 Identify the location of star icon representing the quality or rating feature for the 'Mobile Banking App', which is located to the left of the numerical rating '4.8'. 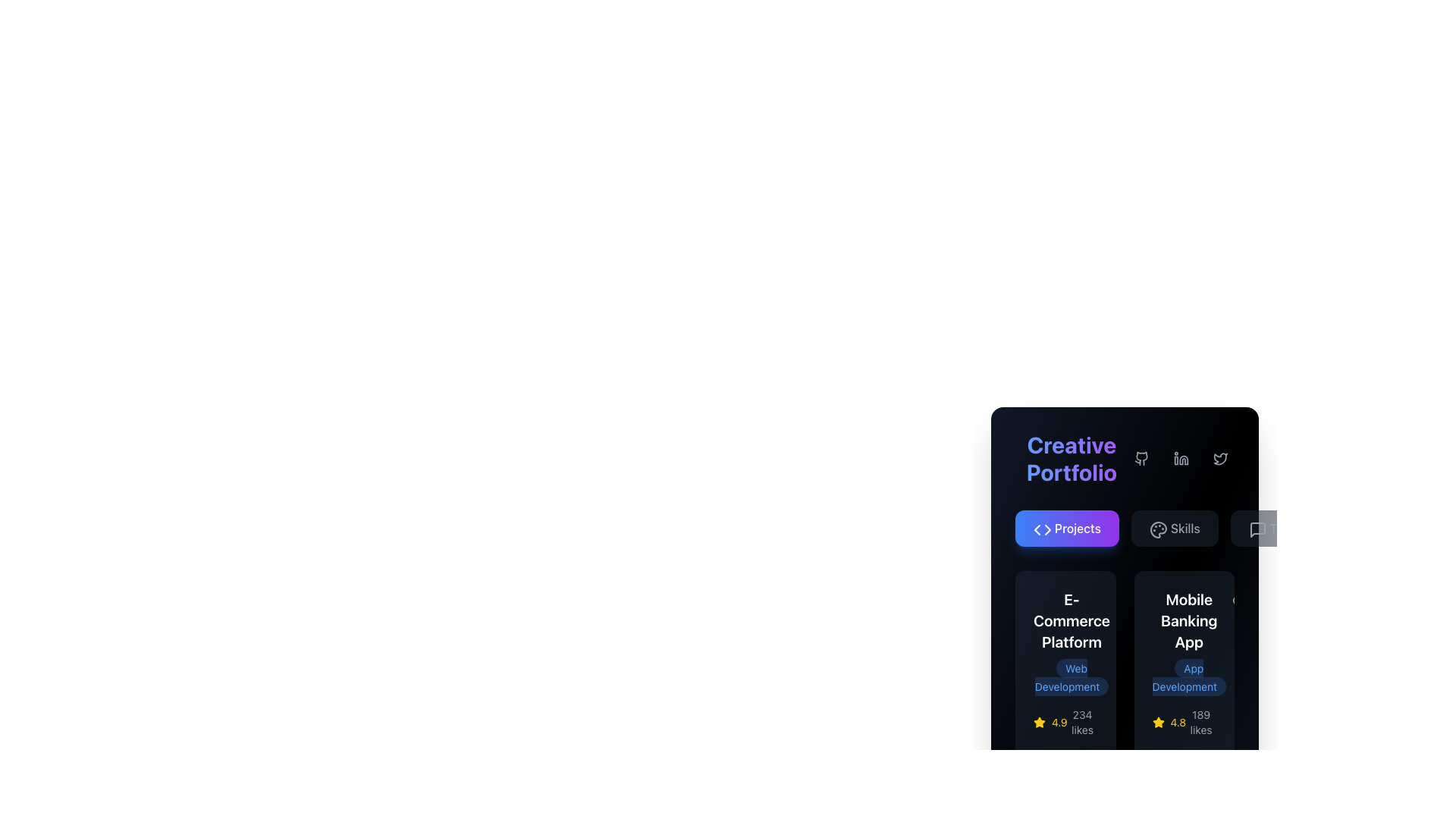
(1157, 721).